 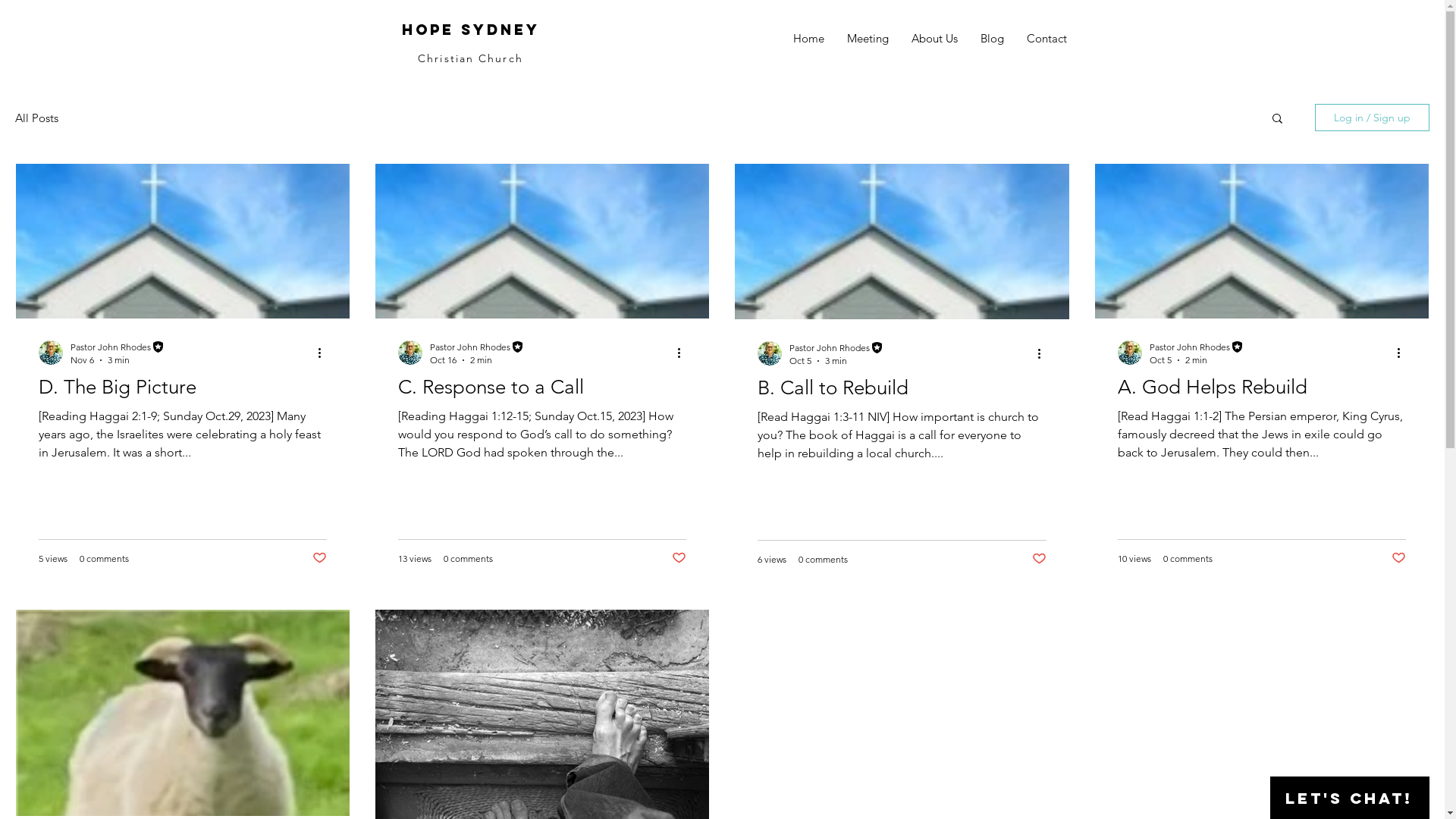 What do you see at coordinates (807, 37) in the screenshot?
I see `'Home'` at bounding box center [807, 37].